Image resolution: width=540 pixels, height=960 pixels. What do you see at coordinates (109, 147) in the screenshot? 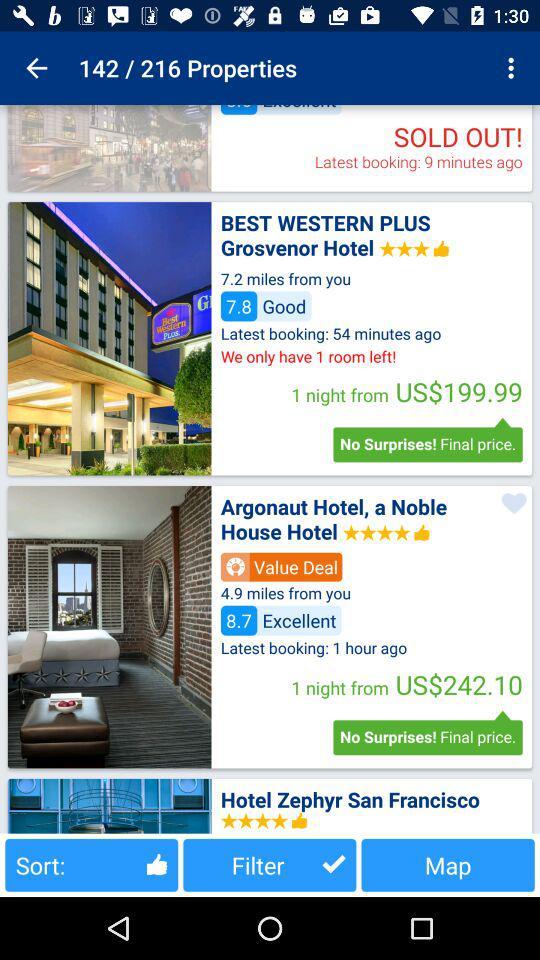
I see `display picture of hotel` at bounding box center [109, 147].